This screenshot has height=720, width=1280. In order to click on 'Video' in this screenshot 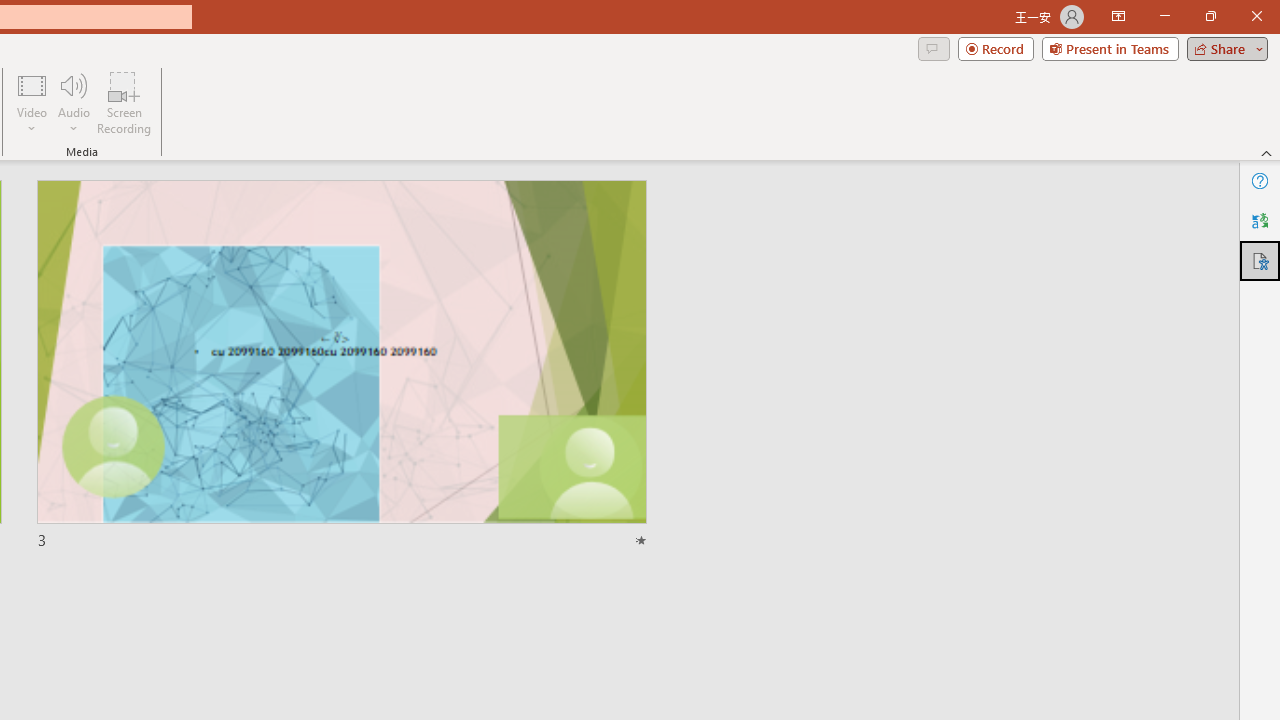, I will do `click(32, 103)`.